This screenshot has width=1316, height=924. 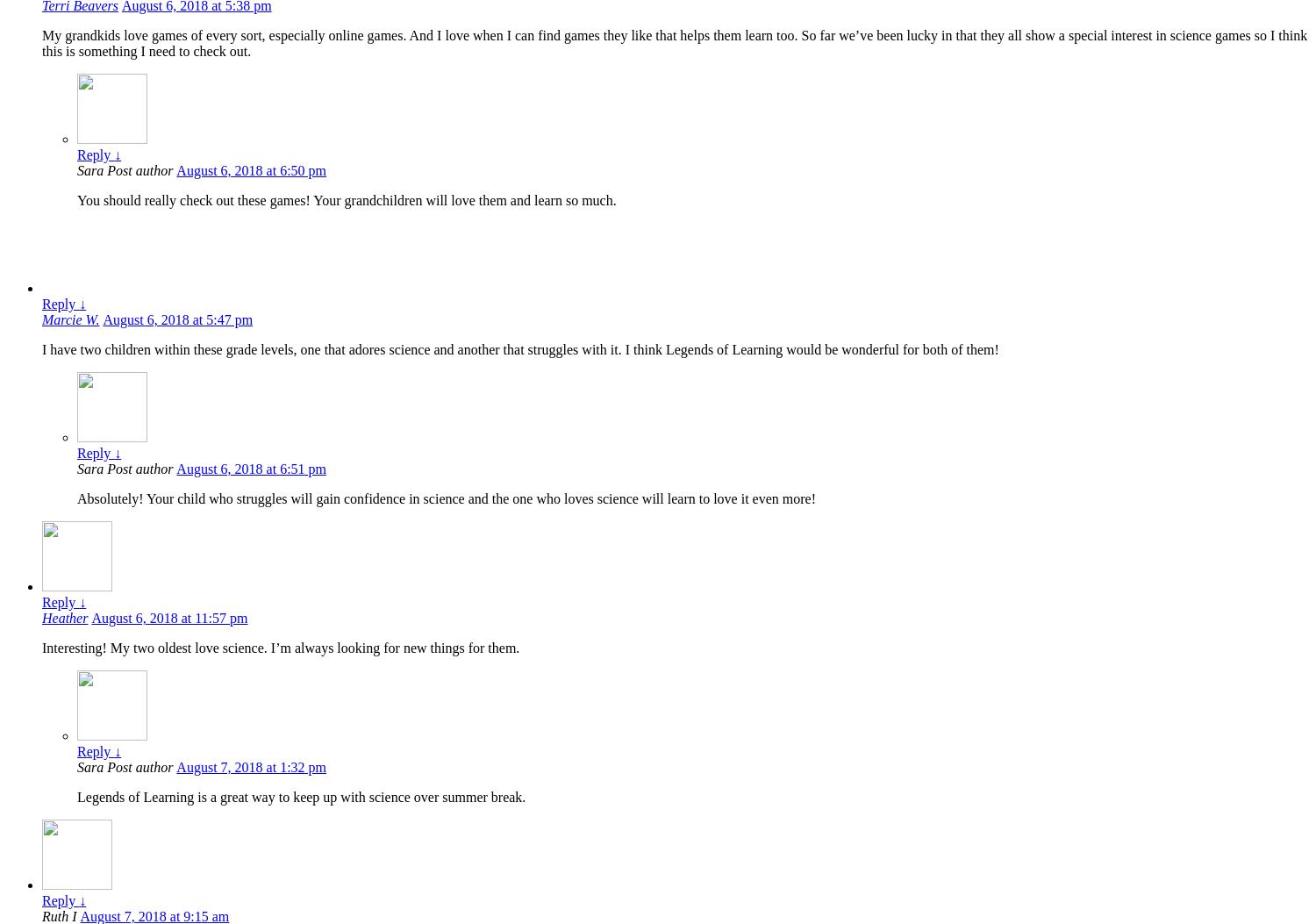 What do you see at coordinates (346, 200) in the screenshot?
I see `'You should really check out these games! Your grandchildren will love them and learn so much.'` at bounding box center [346, 200].